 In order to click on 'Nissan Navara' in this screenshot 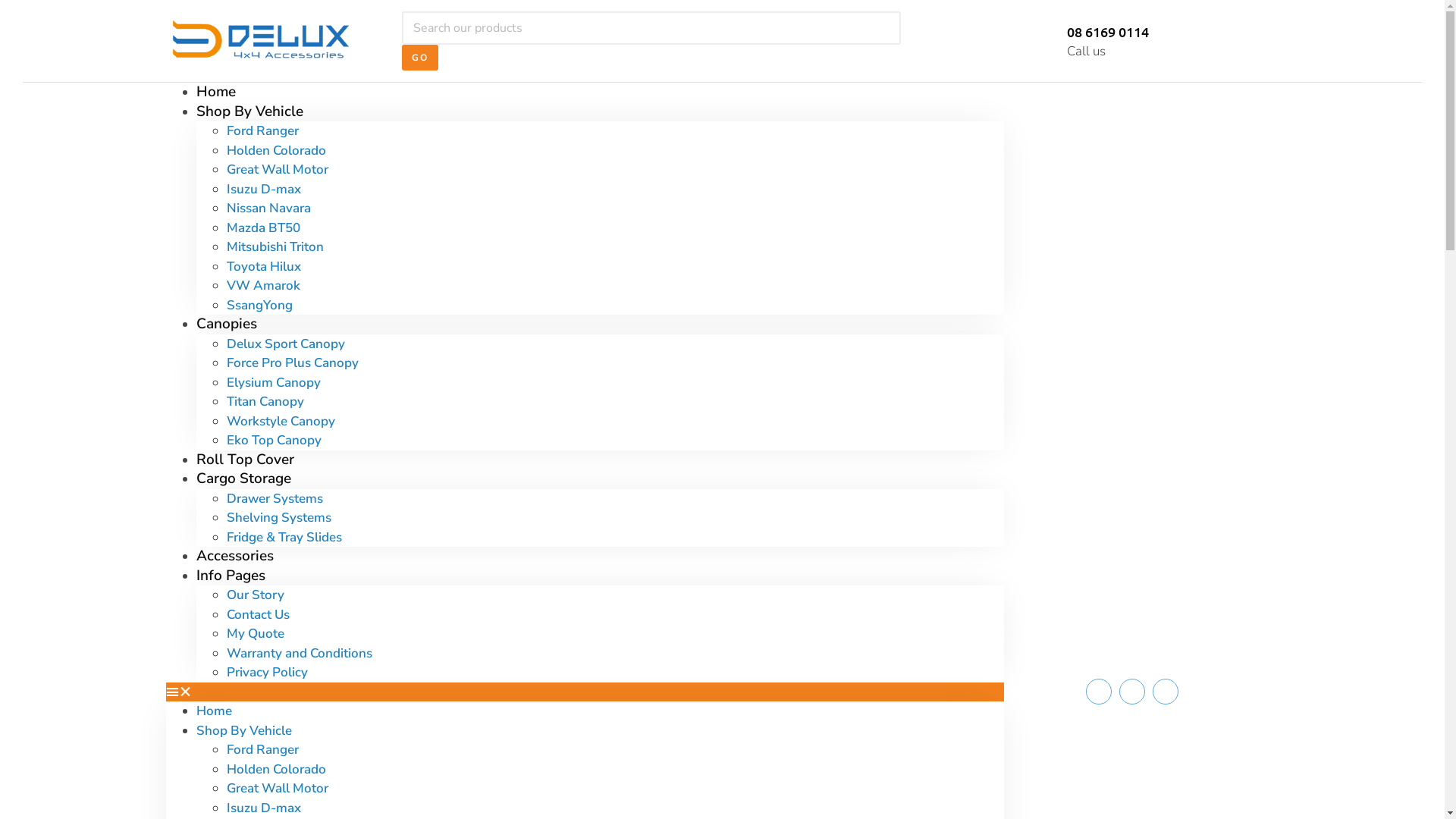, I will do `click(268, 208)`.